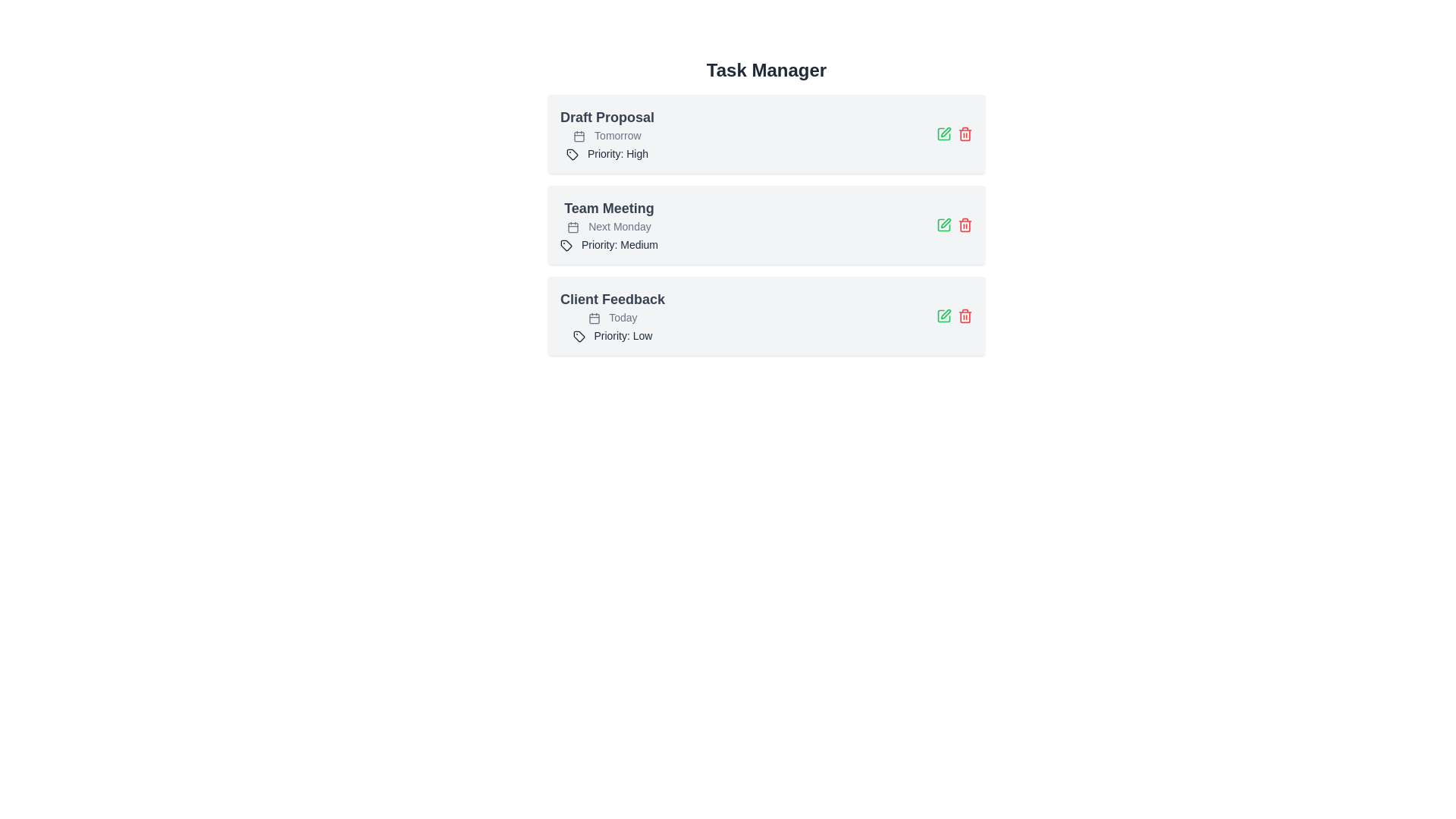 This screenshot has width=1456, height=819. Describe the element at coordinates (767, 70) in the screenshot. I see `bold header text 'Task Manager' located at the top center of the page, which serves as the title for the interface` at that location.